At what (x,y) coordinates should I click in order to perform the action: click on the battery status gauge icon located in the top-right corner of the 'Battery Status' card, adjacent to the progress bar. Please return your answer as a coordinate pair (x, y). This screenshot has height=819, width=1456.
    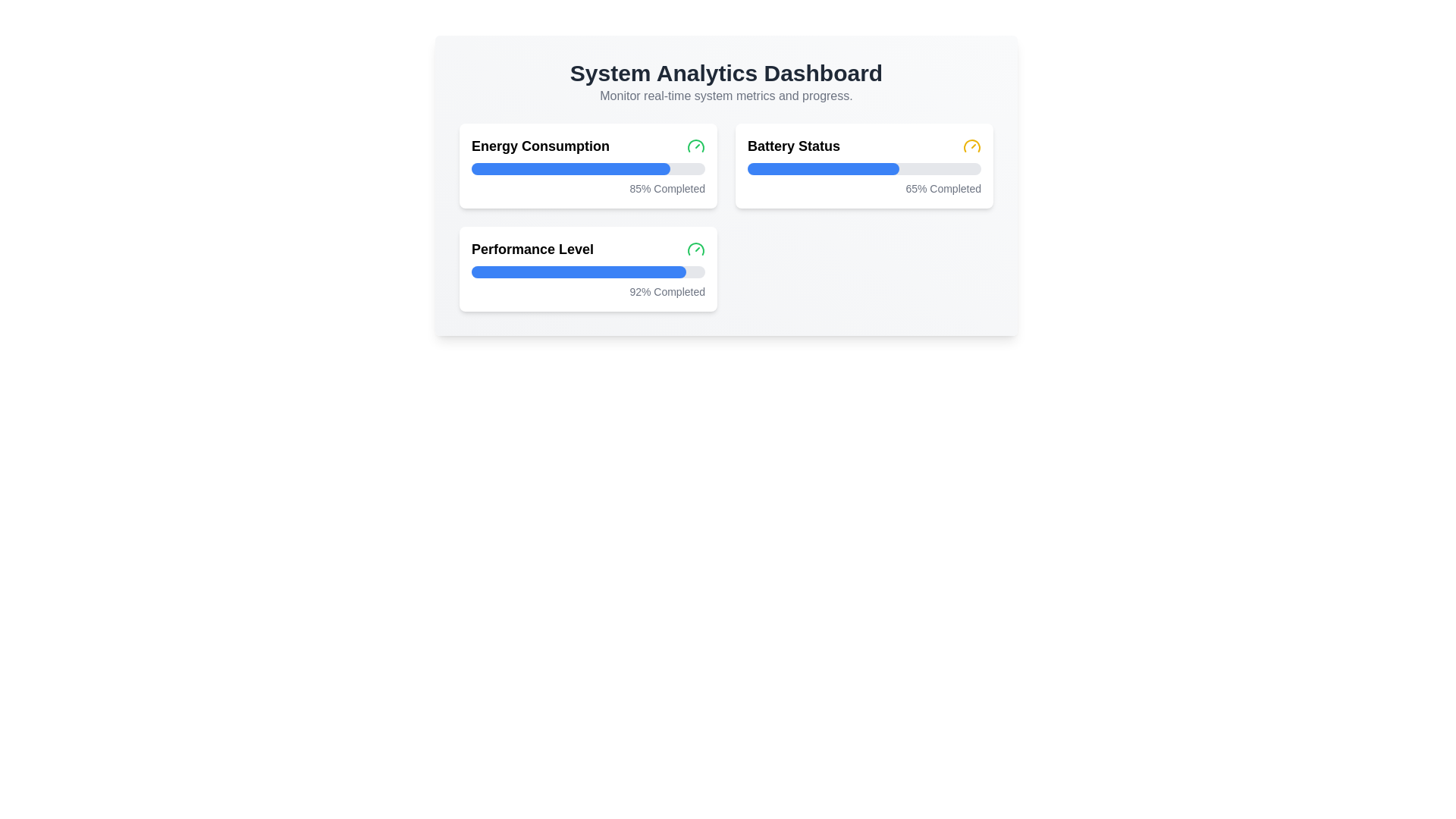
    Looking at the image, I should click on (971, 146).